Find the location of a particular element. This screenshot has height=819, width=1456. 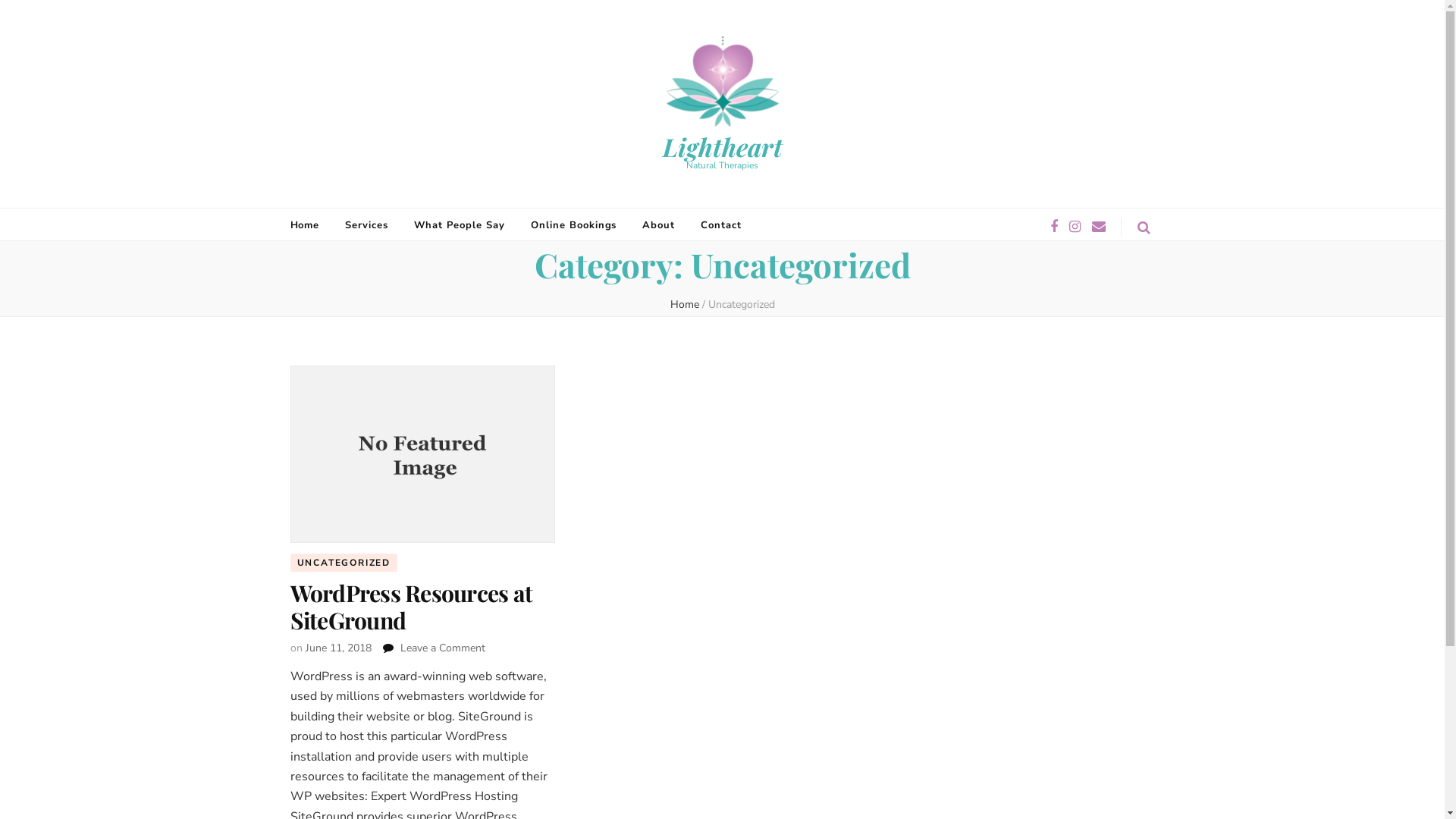

'Online Bookings' is located at coordinates (573, 225).